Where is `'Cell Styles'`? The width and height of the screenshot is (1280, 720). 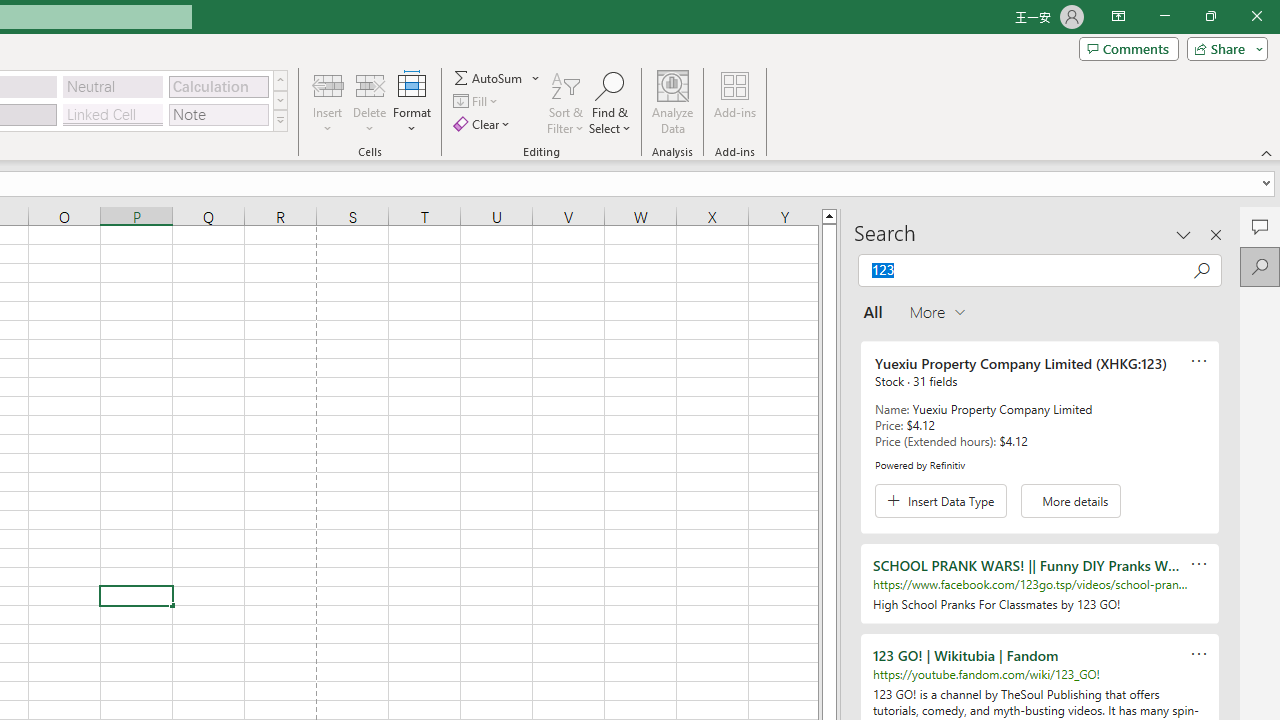 'Cell Styles' is located at coordinates (279, 120).